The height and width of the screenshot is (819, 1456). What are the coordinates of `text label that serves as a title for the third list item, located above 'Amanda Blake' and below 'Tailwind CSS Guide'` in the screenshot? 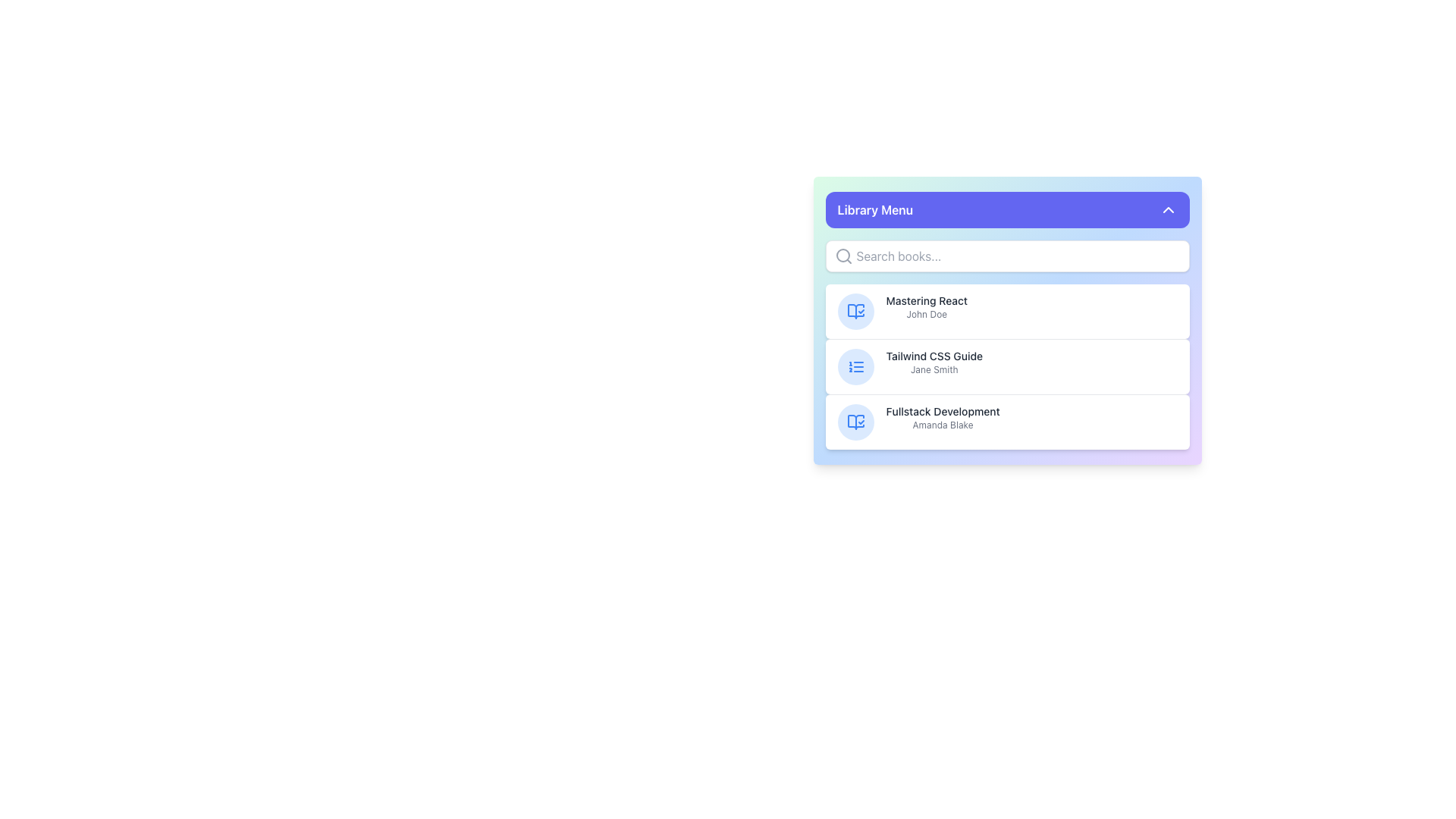 It's located at (942, 412).